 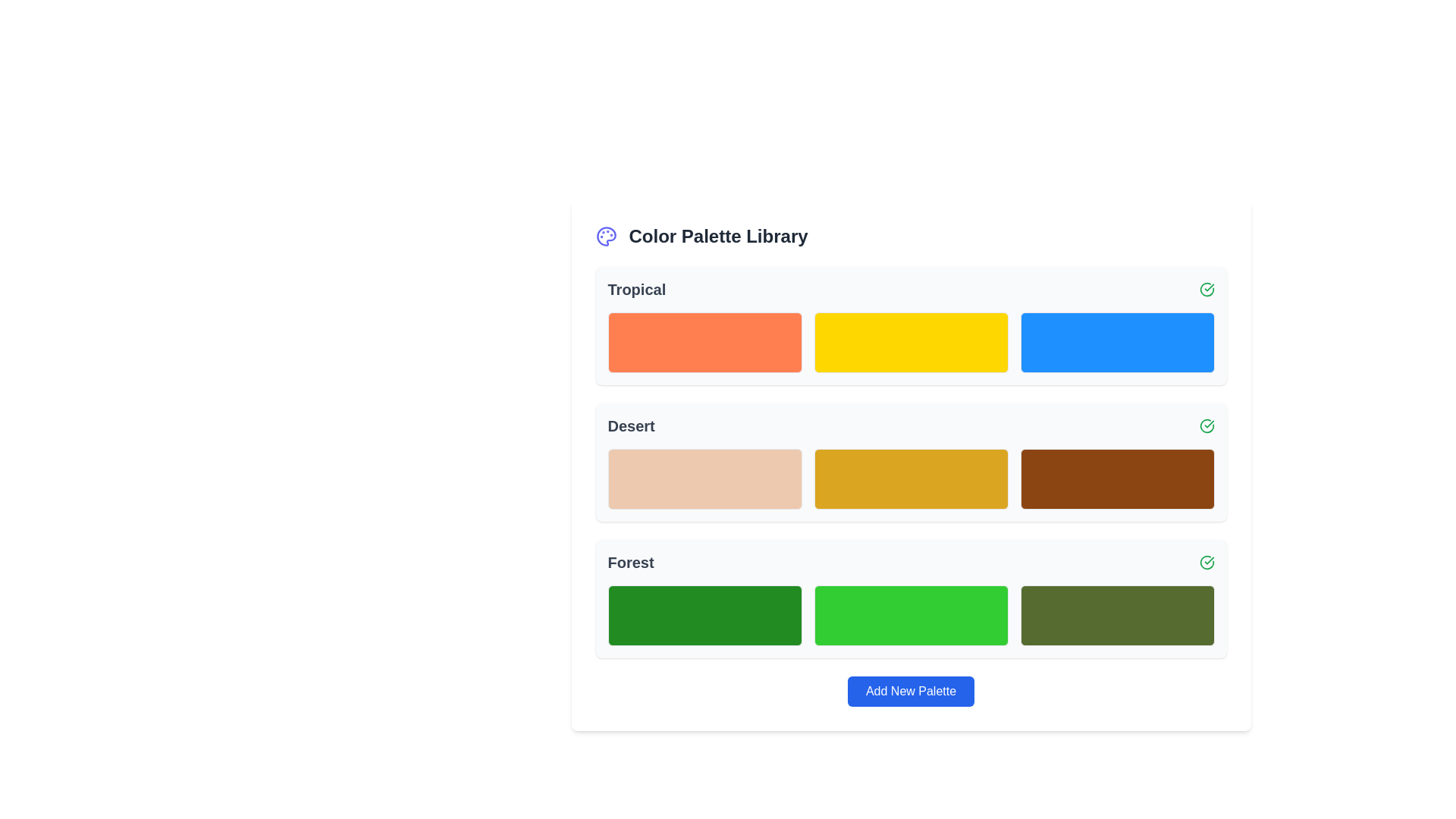 What do you see at coordinates (1117, 342) in the screenshot?
I see `the third block in the Tropical color palette grid` at bounding box center [1117, 342].